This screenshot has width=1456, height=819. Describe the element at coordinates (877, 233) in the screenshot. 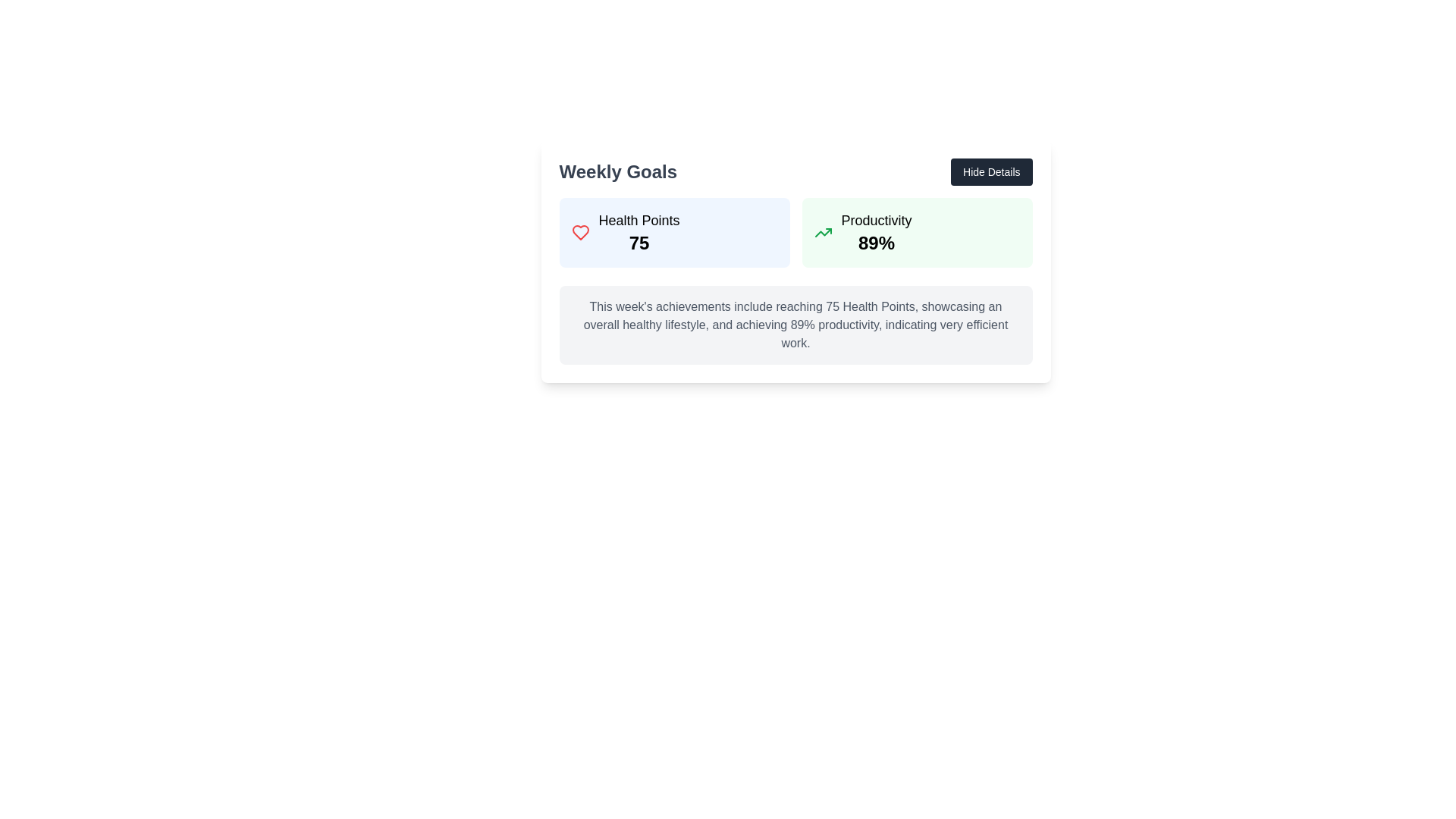

I see `the Text display that represents the productivity metric, currently showing 89%, located in the green-highlighted section next to the 'Health Points' card under the 'Weekly Goals' header` at that location.